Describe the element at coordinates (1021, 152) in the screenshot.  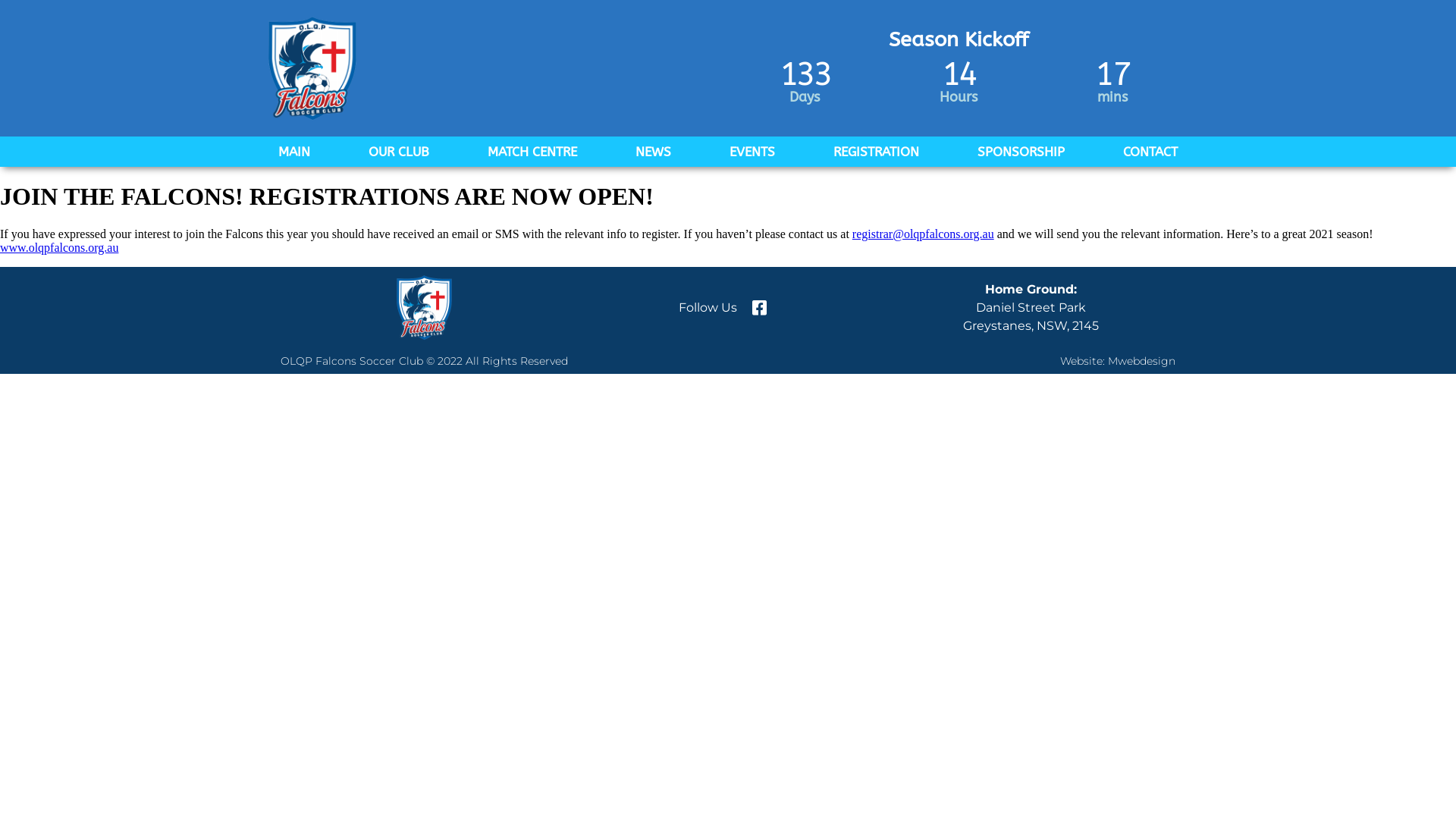
I see `'SPONSORSHIP'` at that location.